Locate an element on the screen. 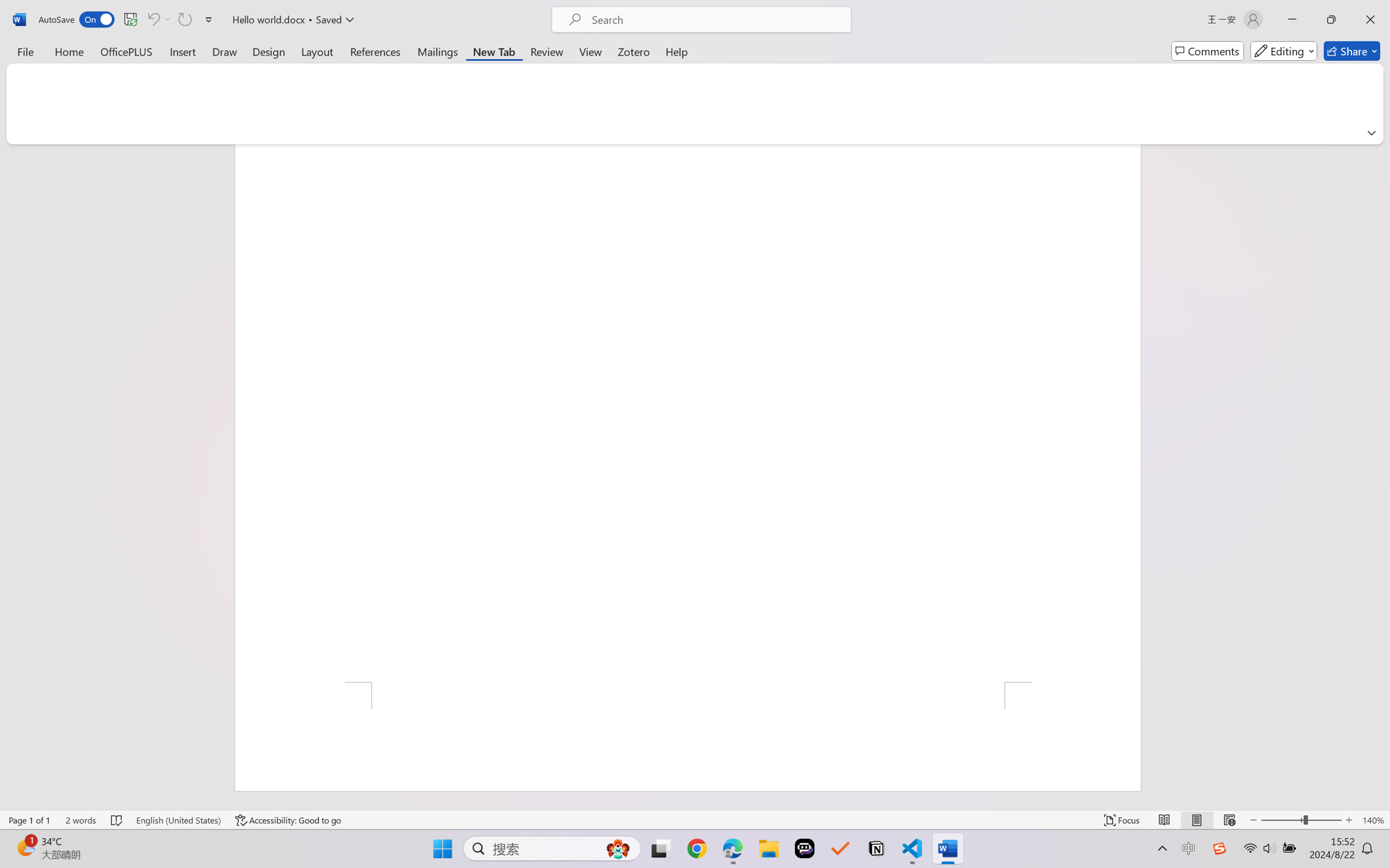  'Can' is located at coordinates (157, 19).